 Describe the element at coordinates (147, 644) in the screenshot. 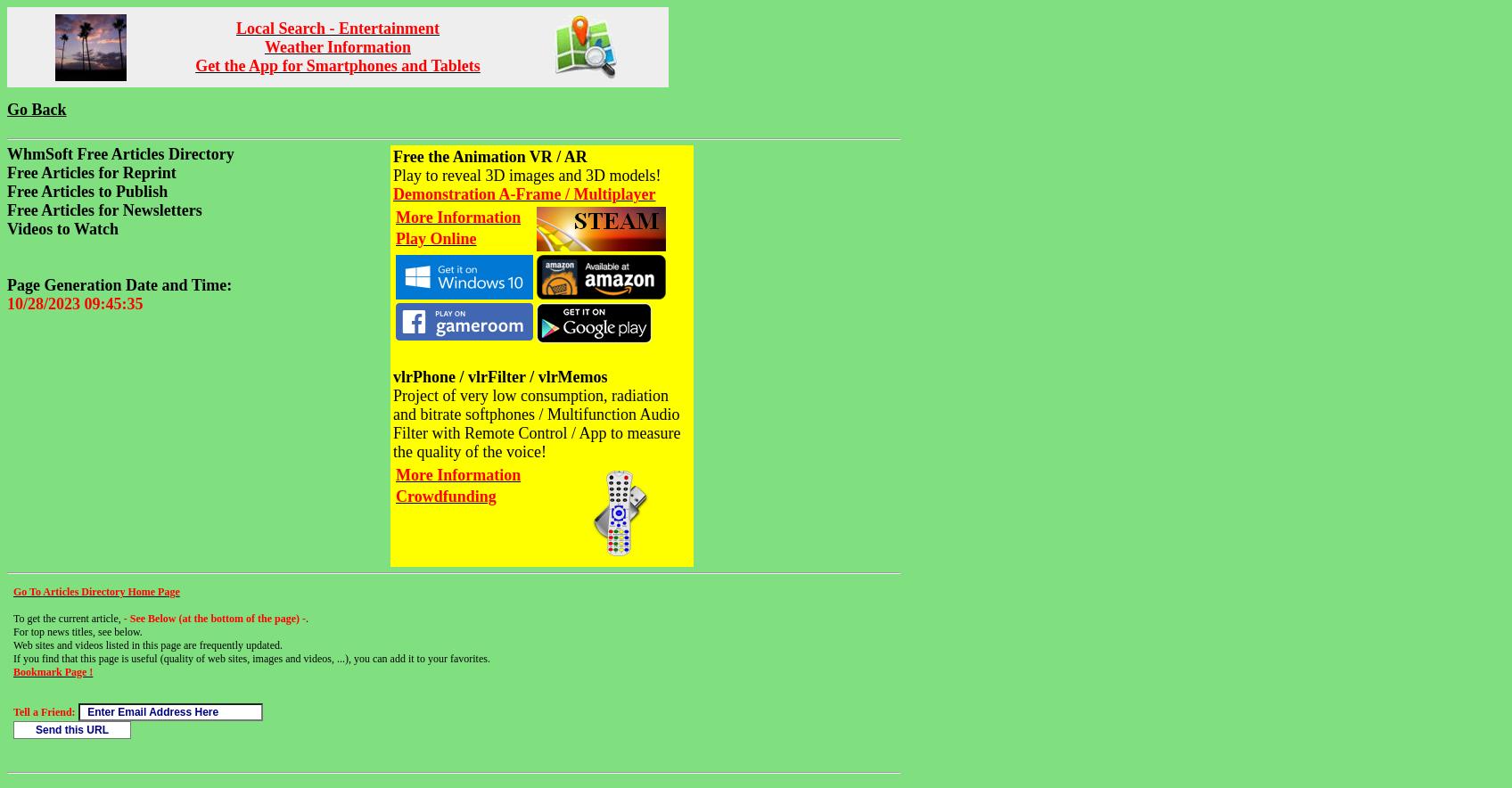

I see `'Web sites and videos listed in this page are frequently updated.'` at that location.